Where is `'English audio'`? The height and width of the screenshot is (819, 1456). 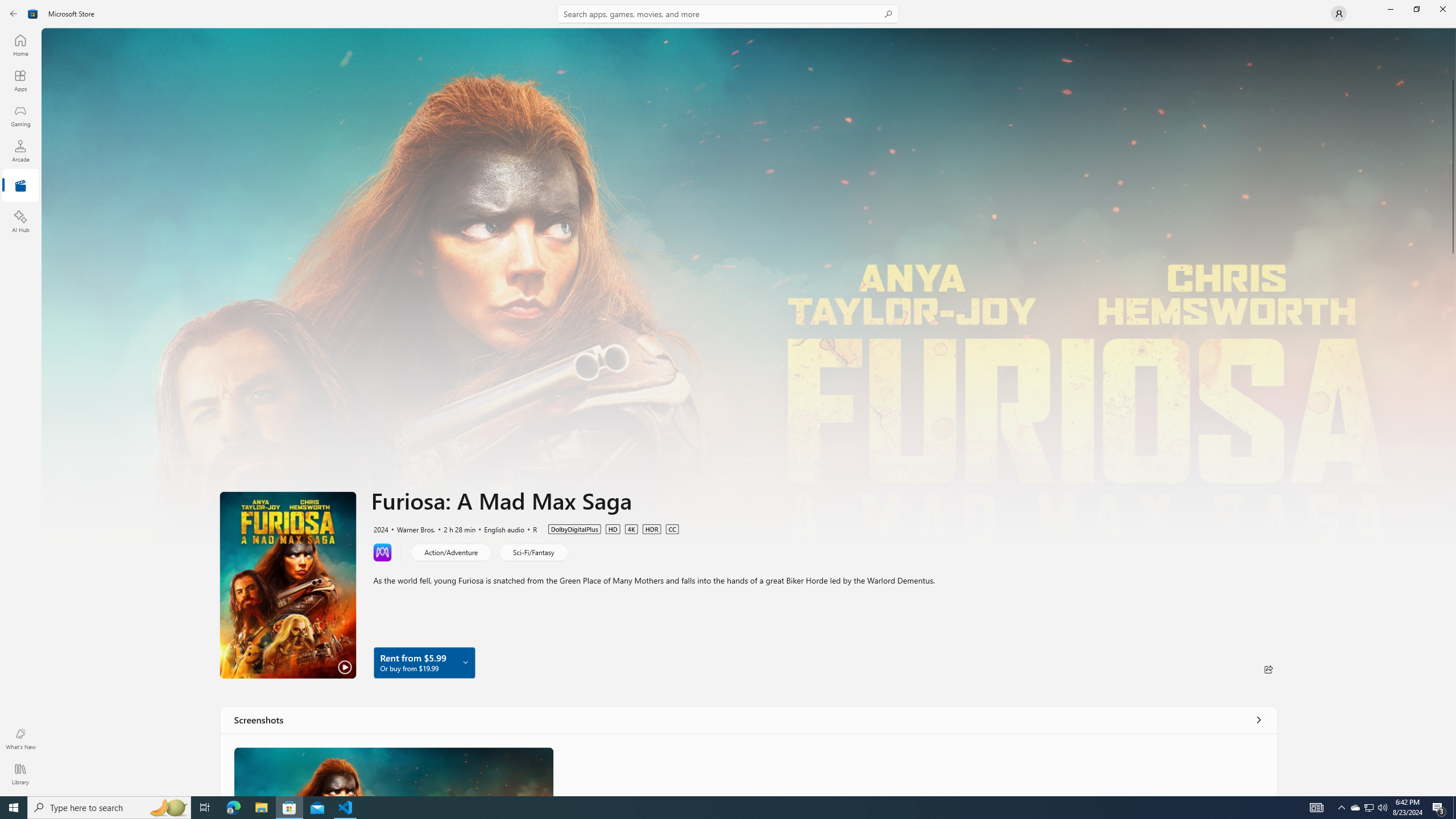
'English audio' is located at coordinates (498, 528).